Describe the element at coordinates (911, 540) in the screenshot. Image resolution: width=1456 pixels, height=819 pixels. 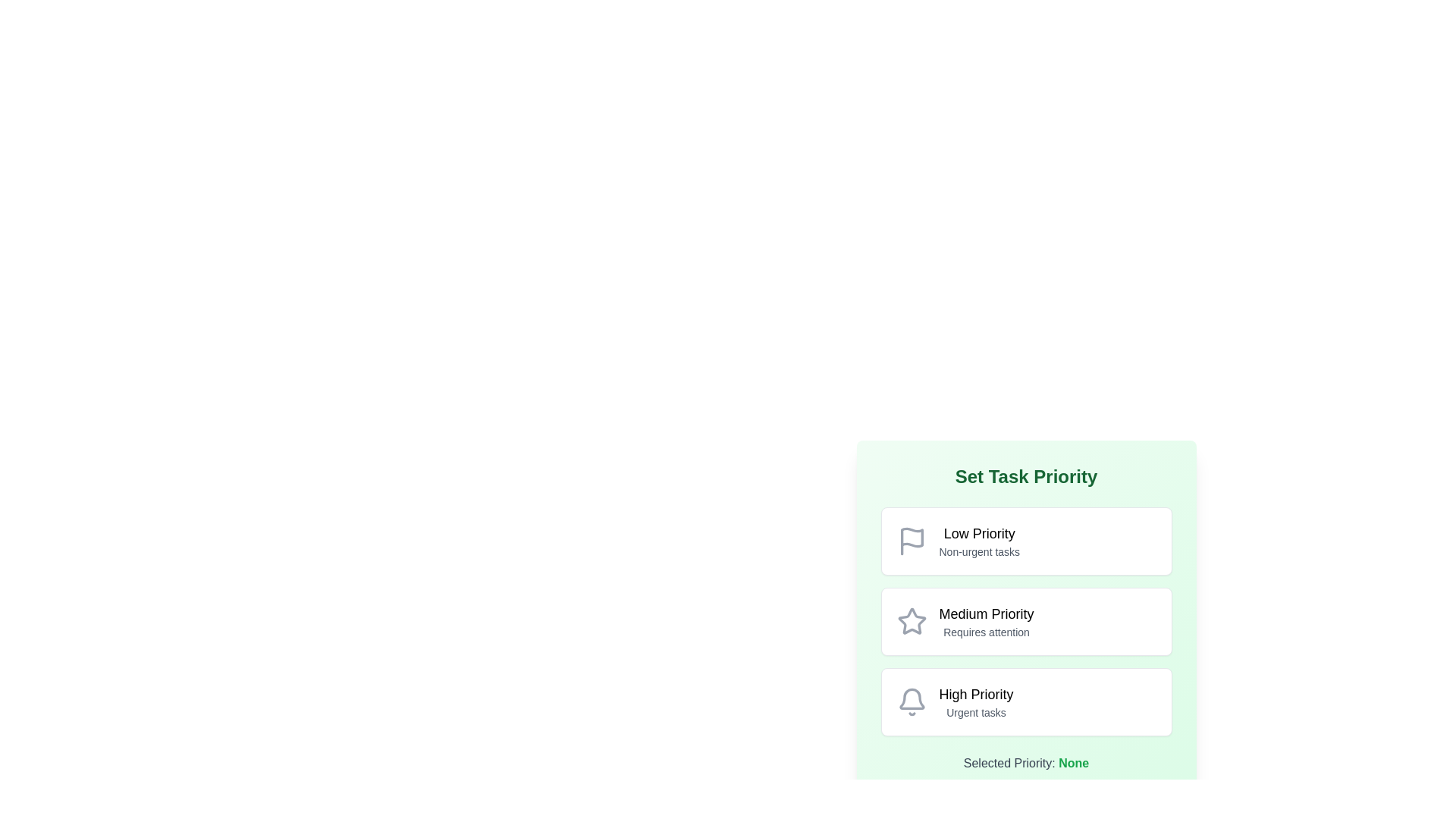
I see `the 'Low Priority' task icon, which is located on the left side of the 'Low Priority' label in the topmost card of the priority cards` at that location.